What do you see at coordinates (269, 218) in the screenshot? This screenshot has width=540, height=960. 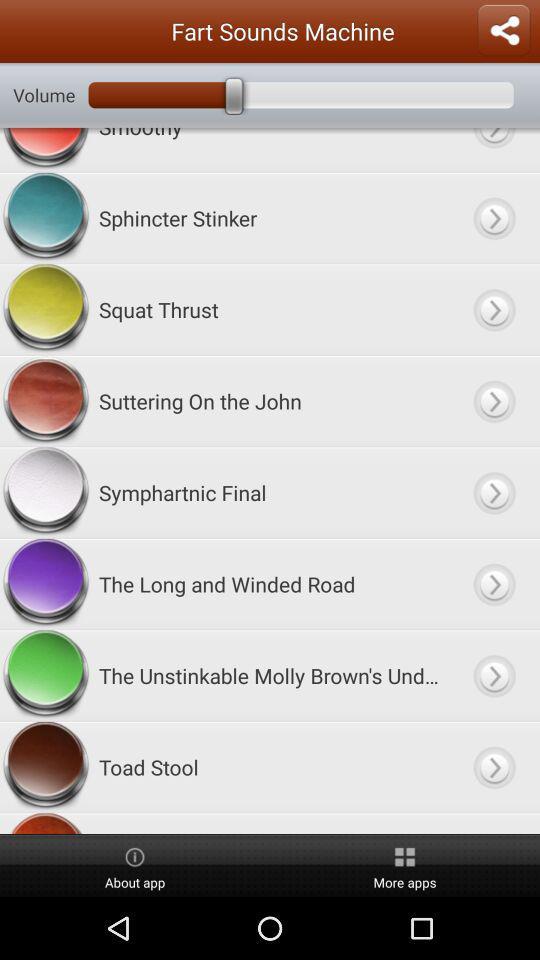 I see `sphincter stinker` at bounding box center [269, 218].